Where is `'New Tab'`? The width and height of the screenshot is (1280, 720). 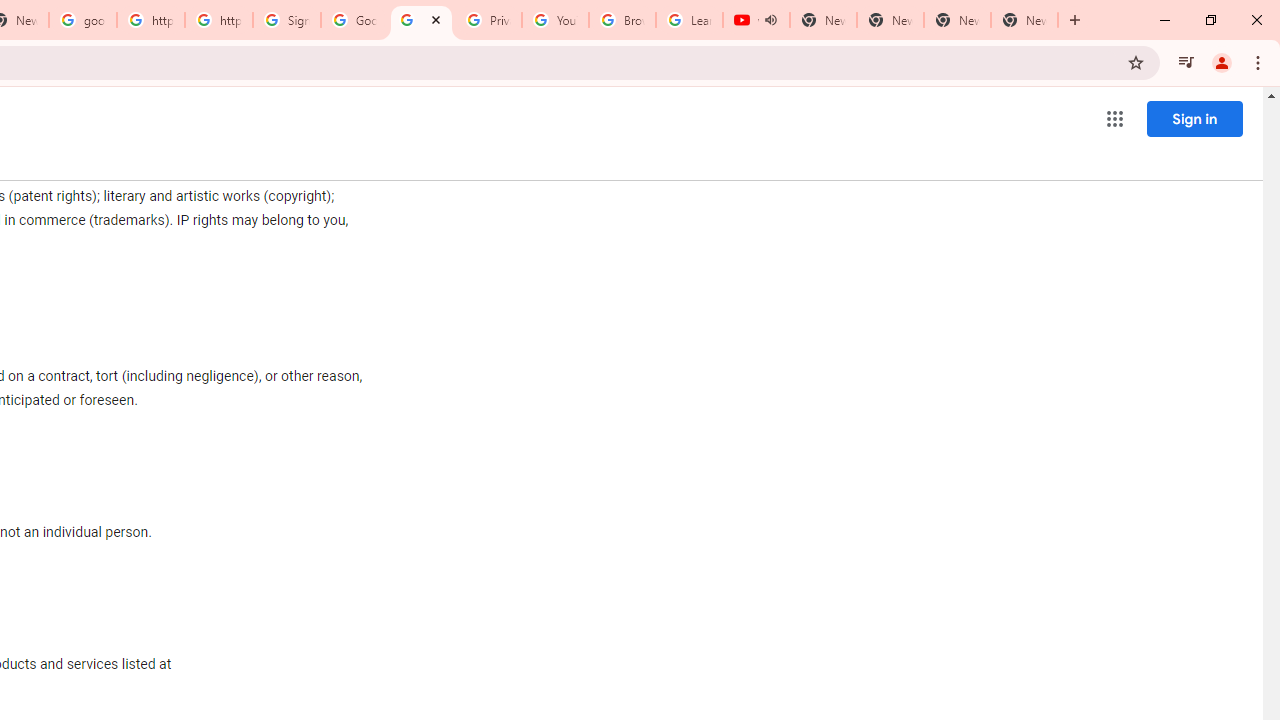 'New Tab' is located at coordinates (1024, 20).